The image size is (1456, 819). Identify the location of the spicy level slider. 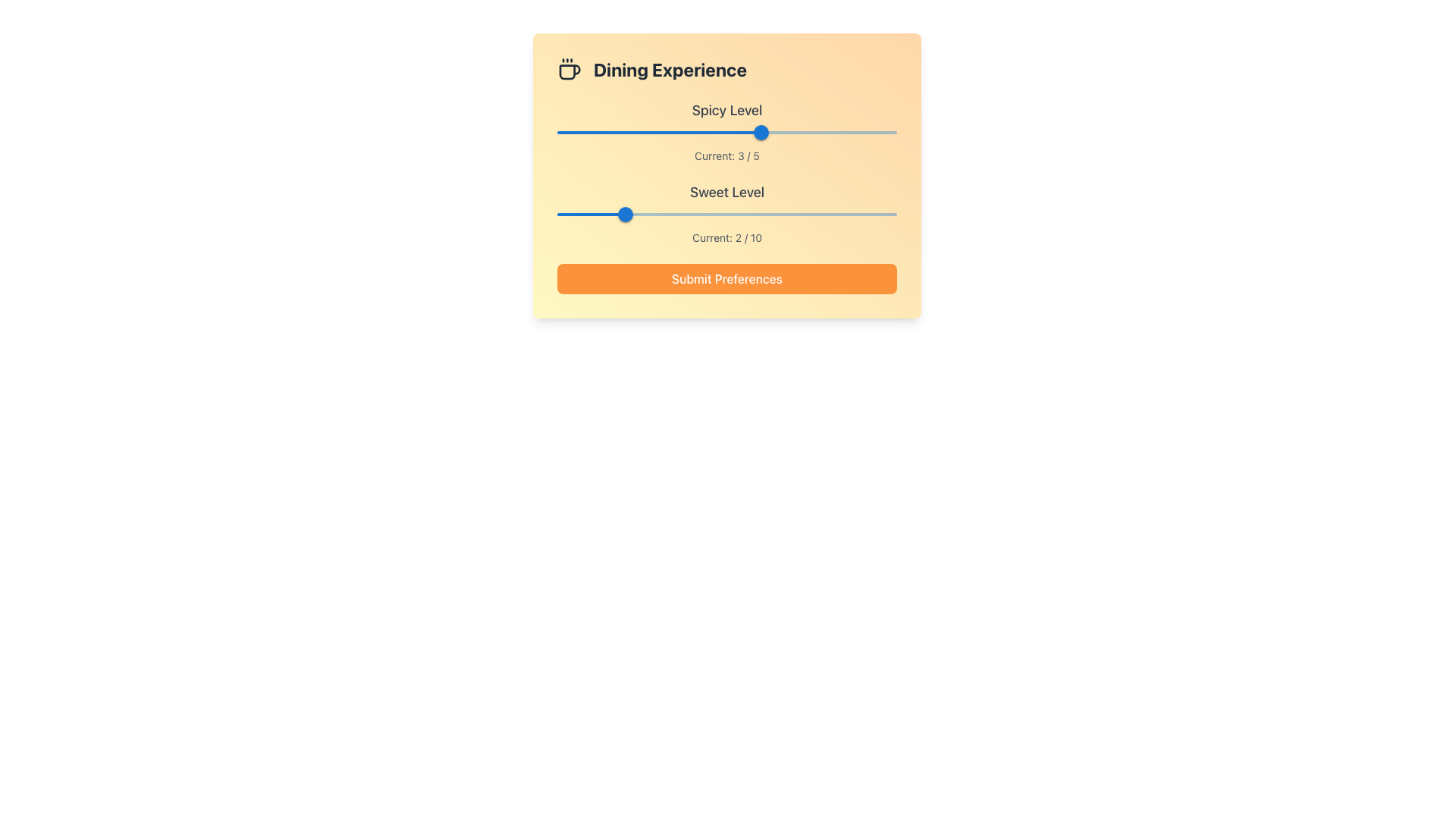
(728, 131).